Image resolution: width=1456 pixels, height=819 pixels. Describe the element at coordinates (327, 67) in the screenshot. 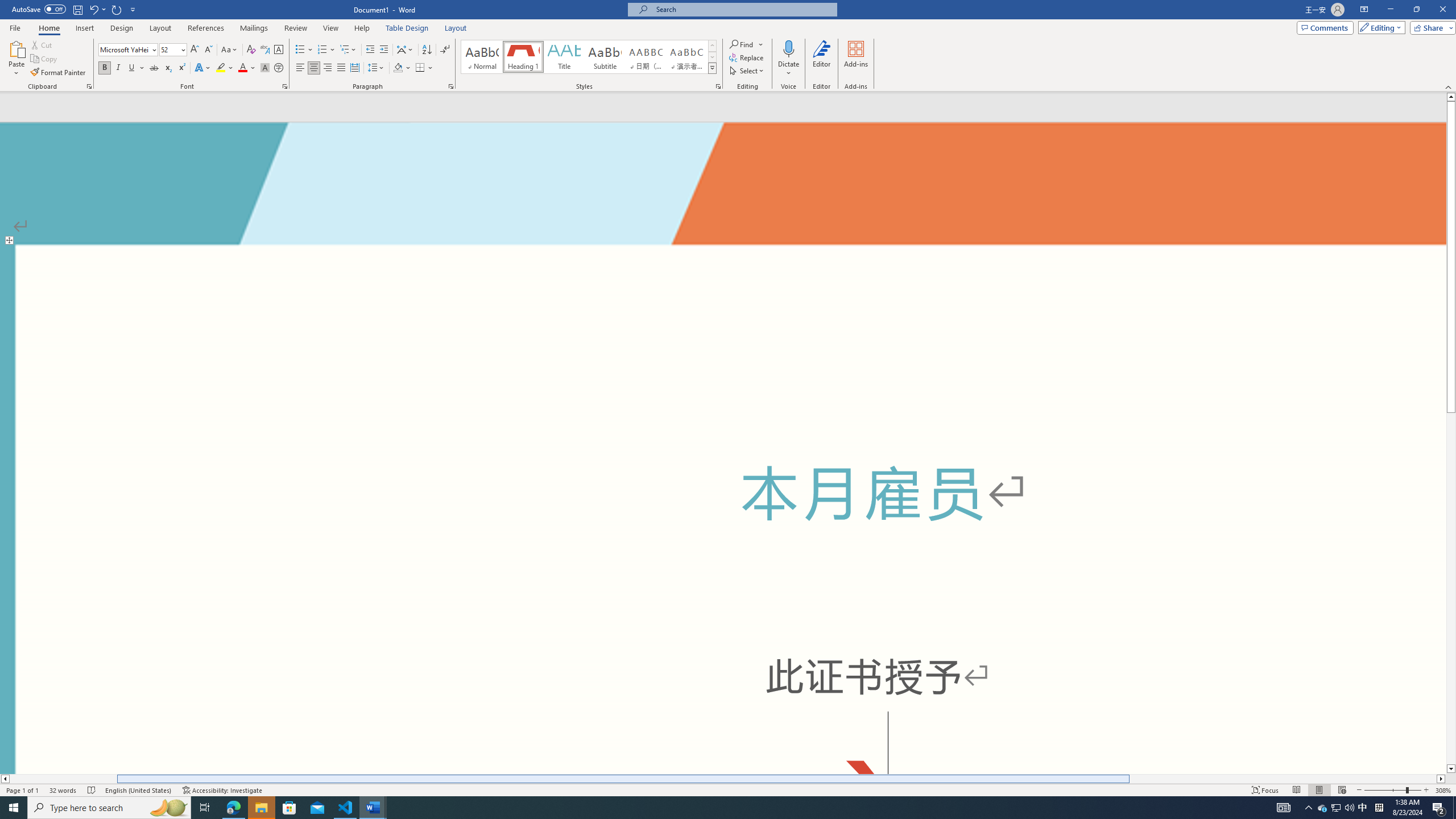

I see `'Align Right'` at that location.